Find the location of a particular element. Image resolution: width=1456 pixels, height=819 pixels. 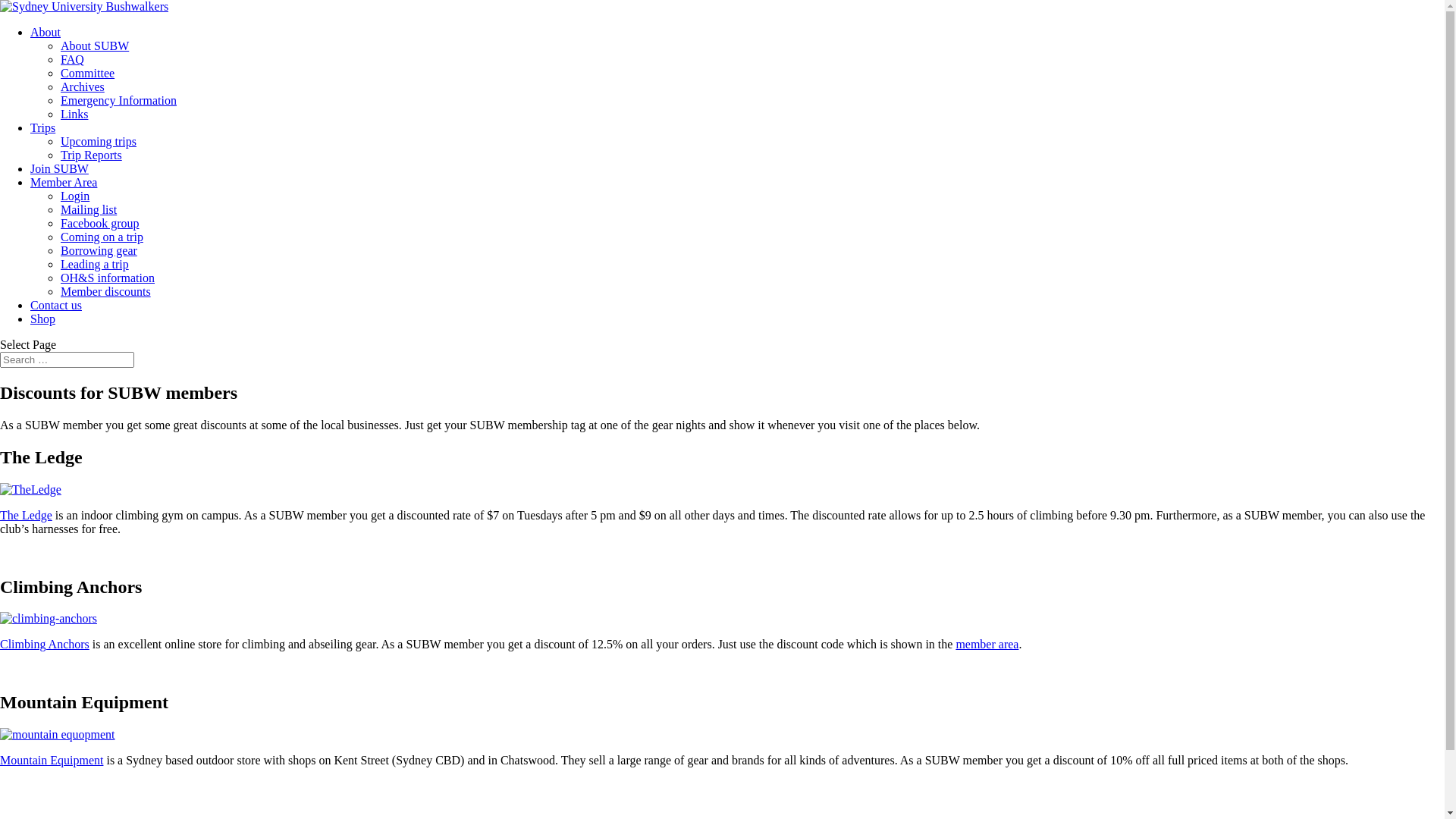

'The Ledge' is located at coordinates (26, 514).